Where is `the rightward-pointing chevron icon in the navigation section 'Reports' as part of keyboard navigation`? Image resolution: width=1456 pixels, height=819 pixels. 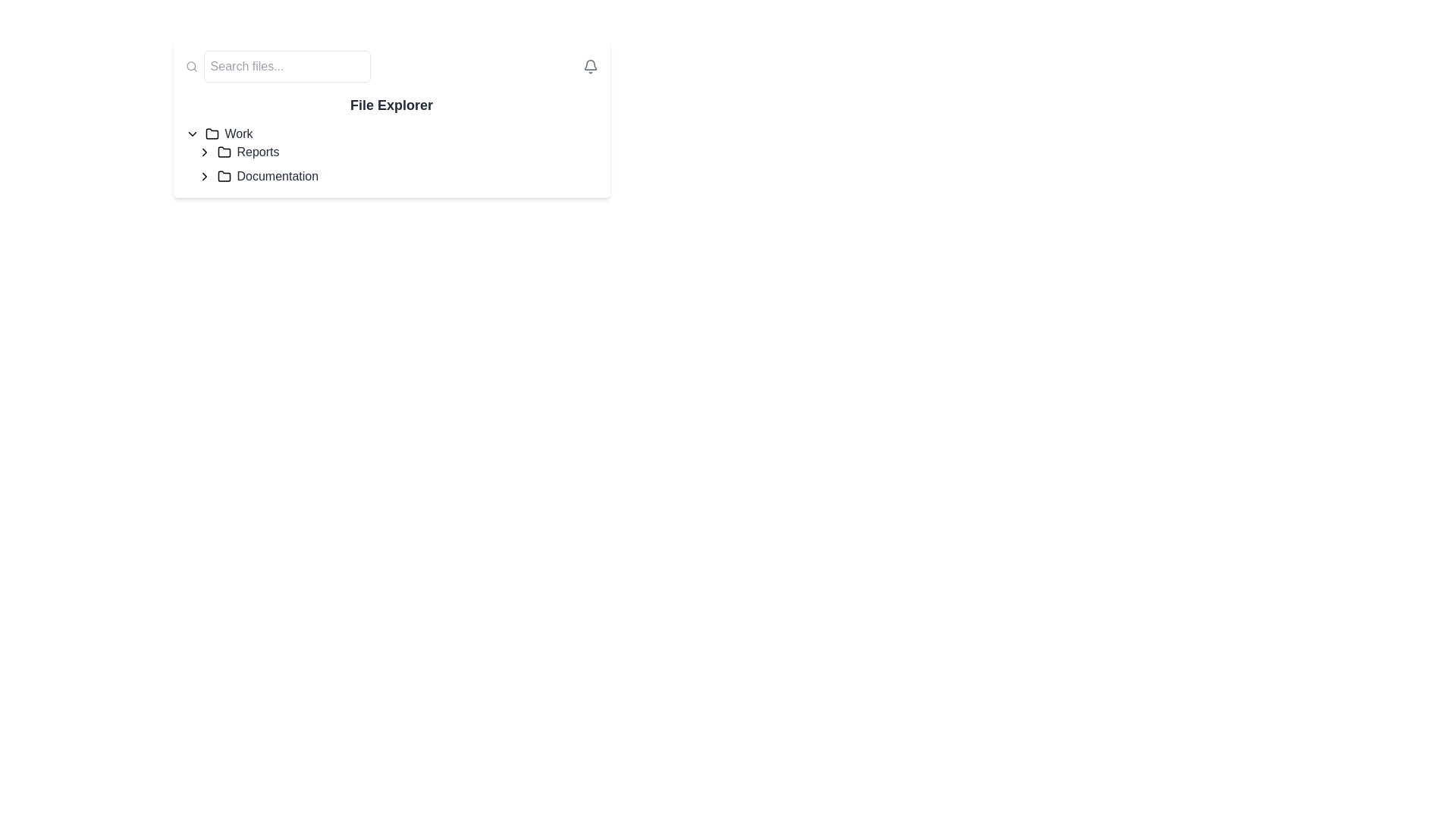
the rightward-pointing chevron icon in the navigation section 'Reports' as part of keyboard navigation is located at coordinates (203, 175).